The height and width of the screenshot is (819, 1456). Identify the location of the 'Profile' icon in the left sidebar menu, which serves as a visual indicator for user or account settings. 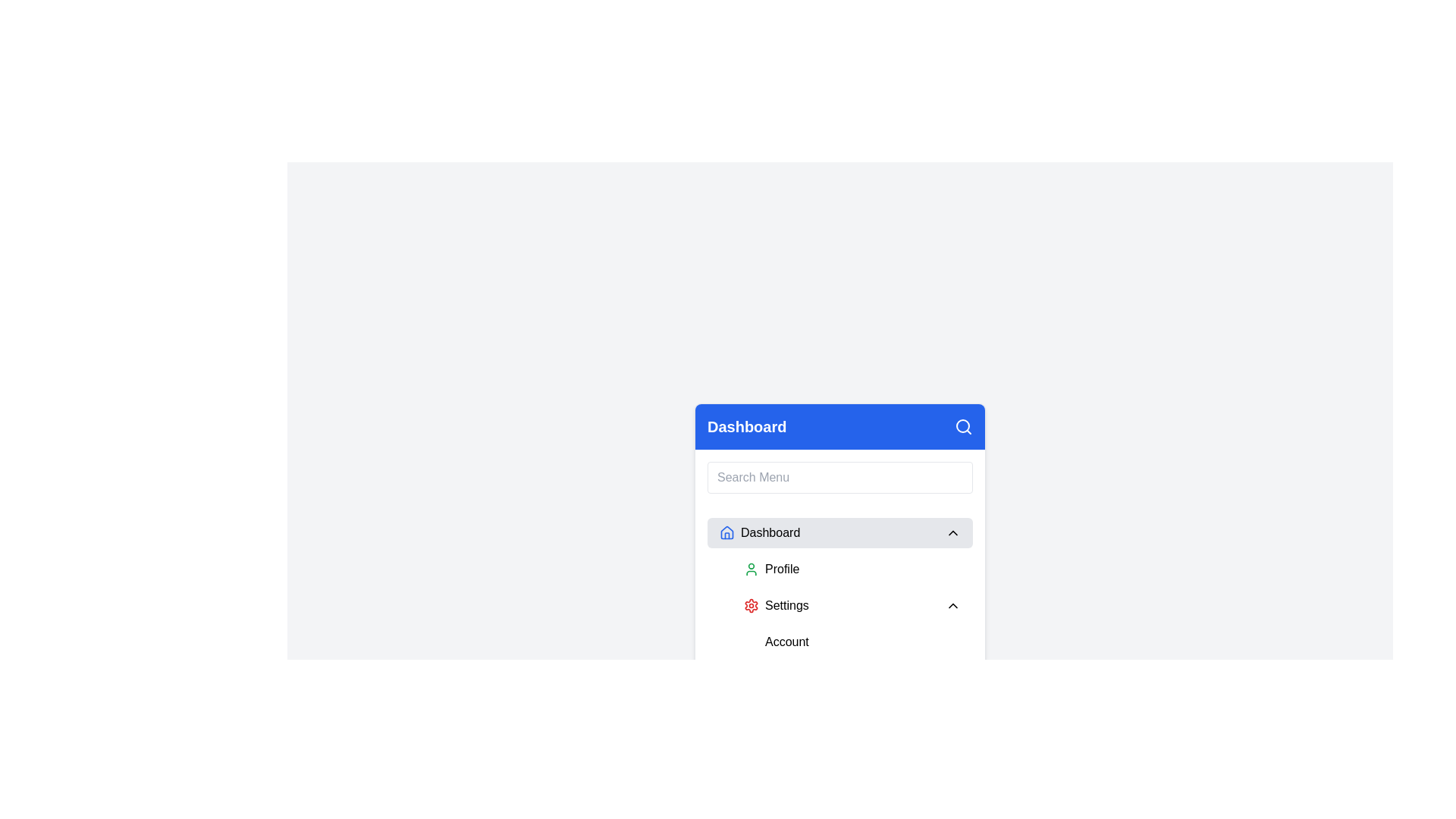
(751, 570).